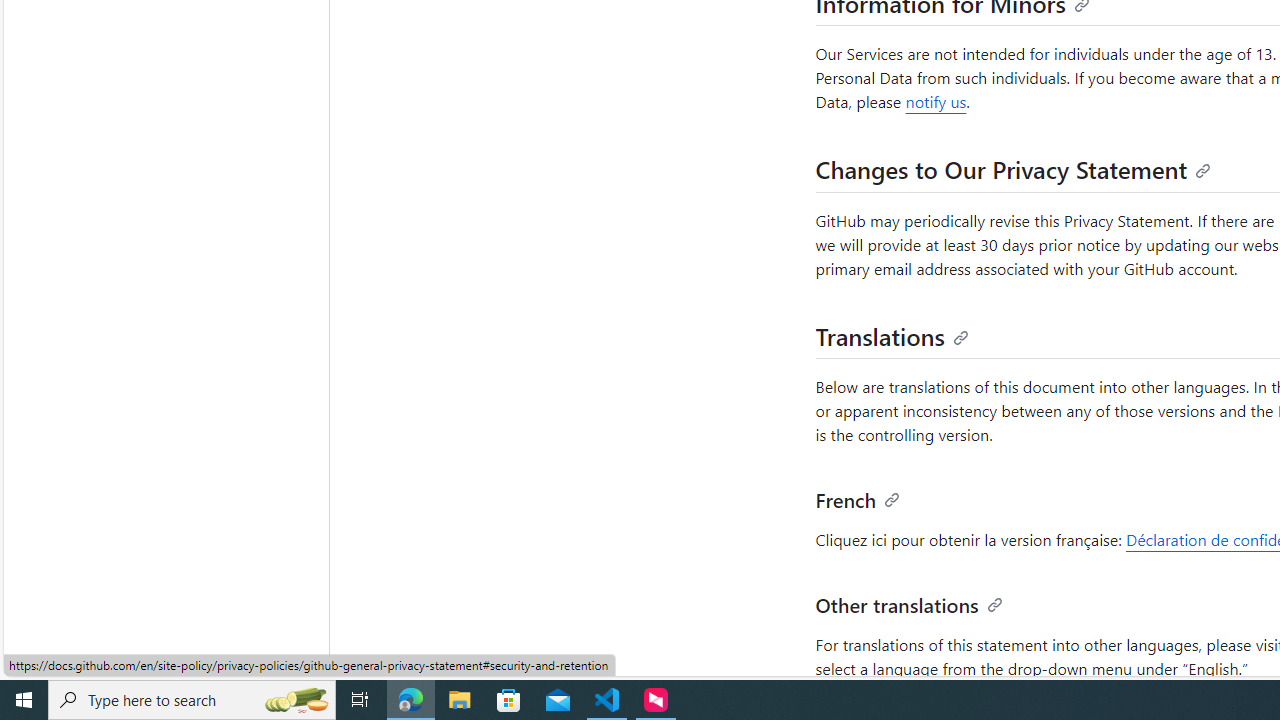 Image resolution: width=1280 pixels, height=720 pixels. What do you see at coordinates (934, 101) in the screenshot?
I see `'notify us'` at bounding box center [934, 101].